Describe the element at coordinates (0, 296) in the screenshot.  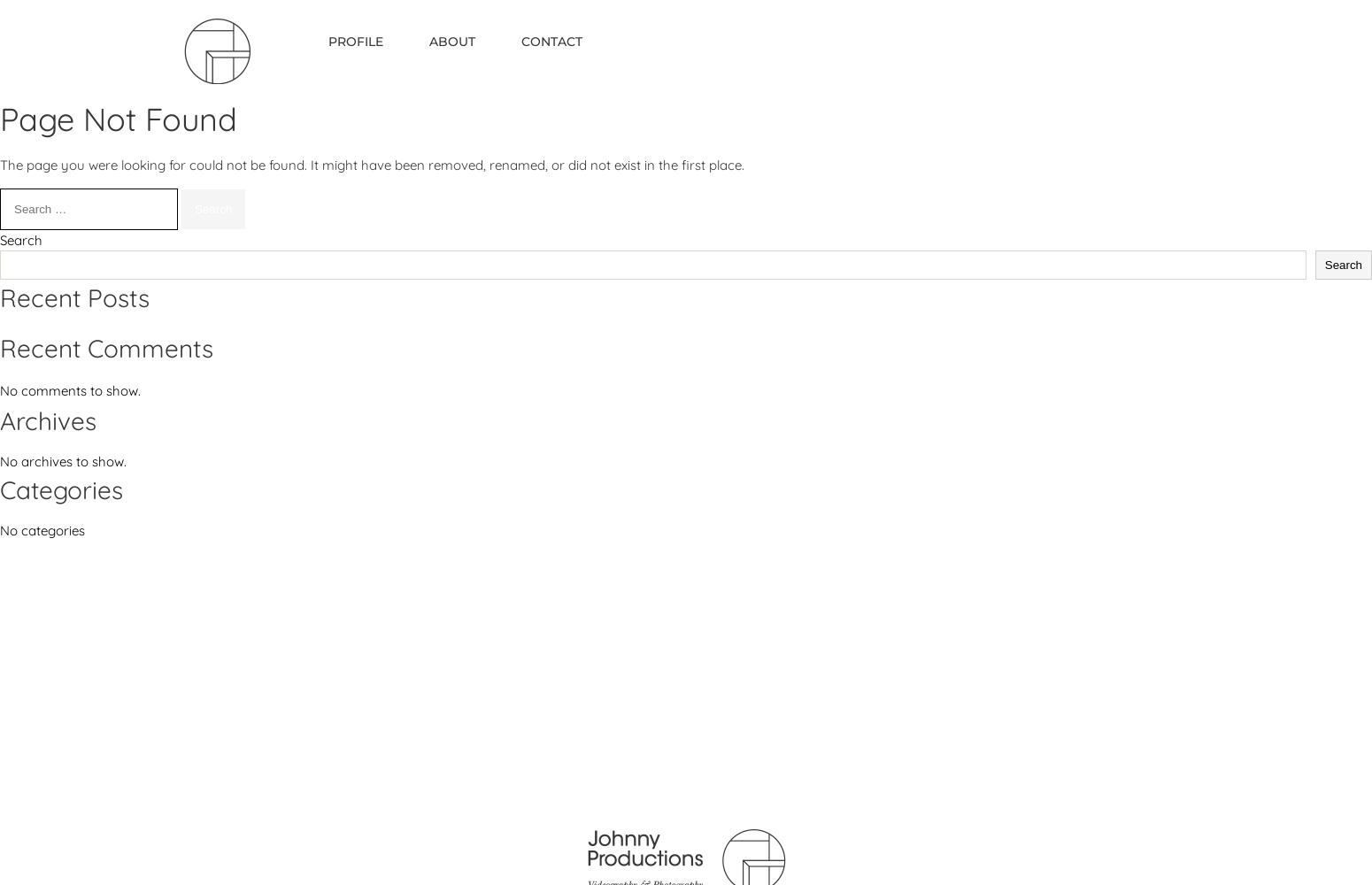
I see `'Recent Posts'` at that location.